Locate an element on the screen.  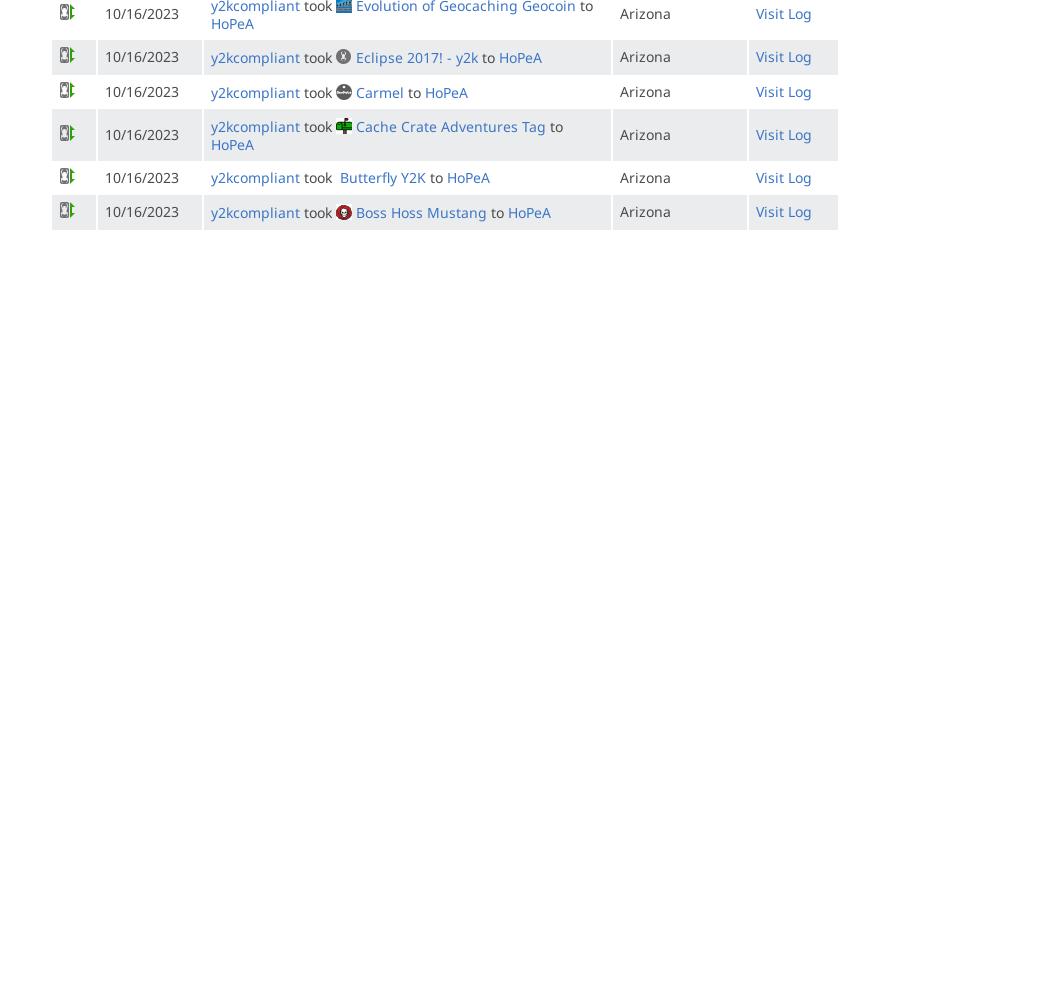
'Cache Crate Adventures Tag' is located at coordinates (450, 125).